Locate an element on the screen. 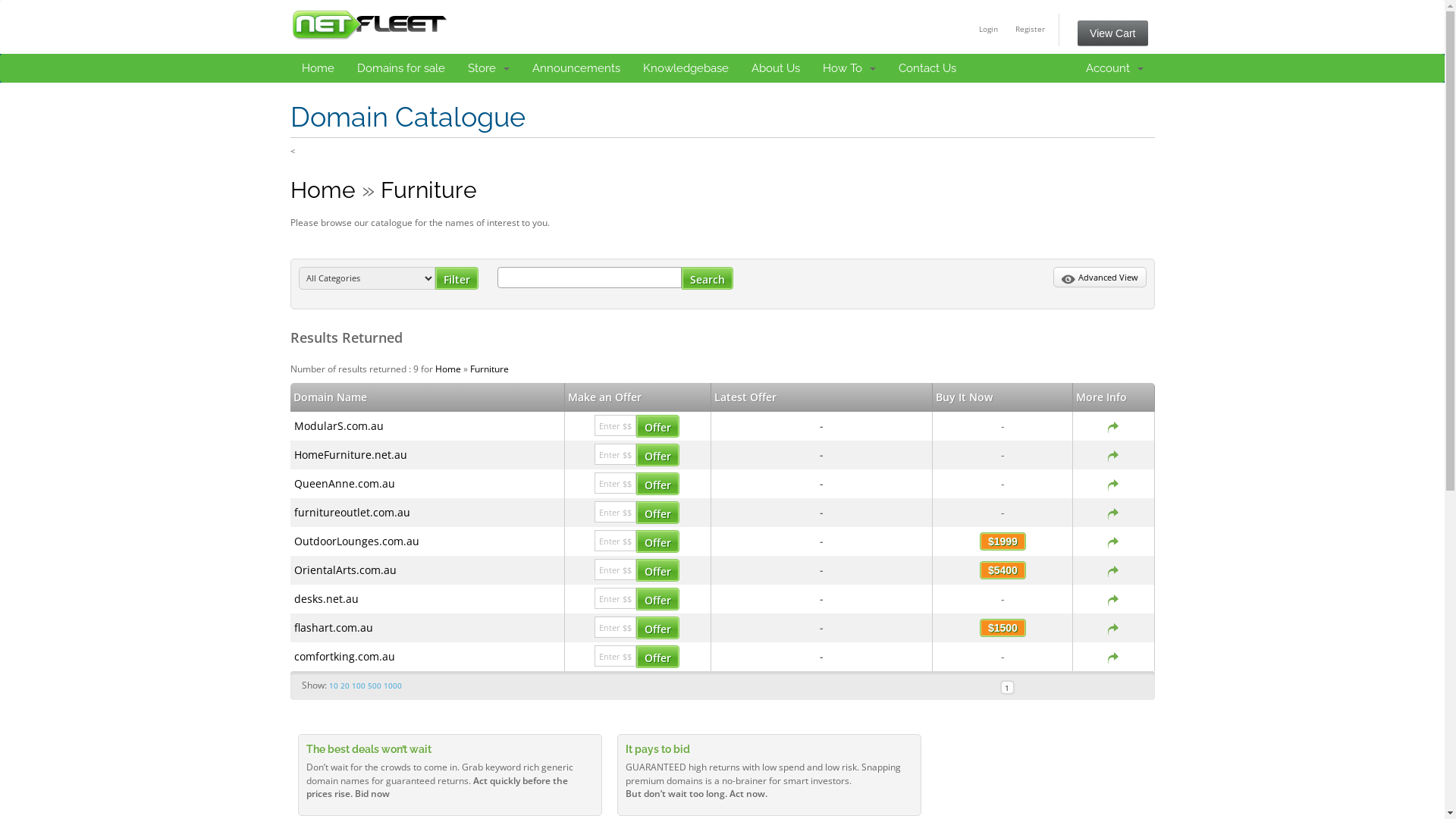 This screenshot has width=1456, height=819. 'Account  ' is located at coordinates (1113, 67).